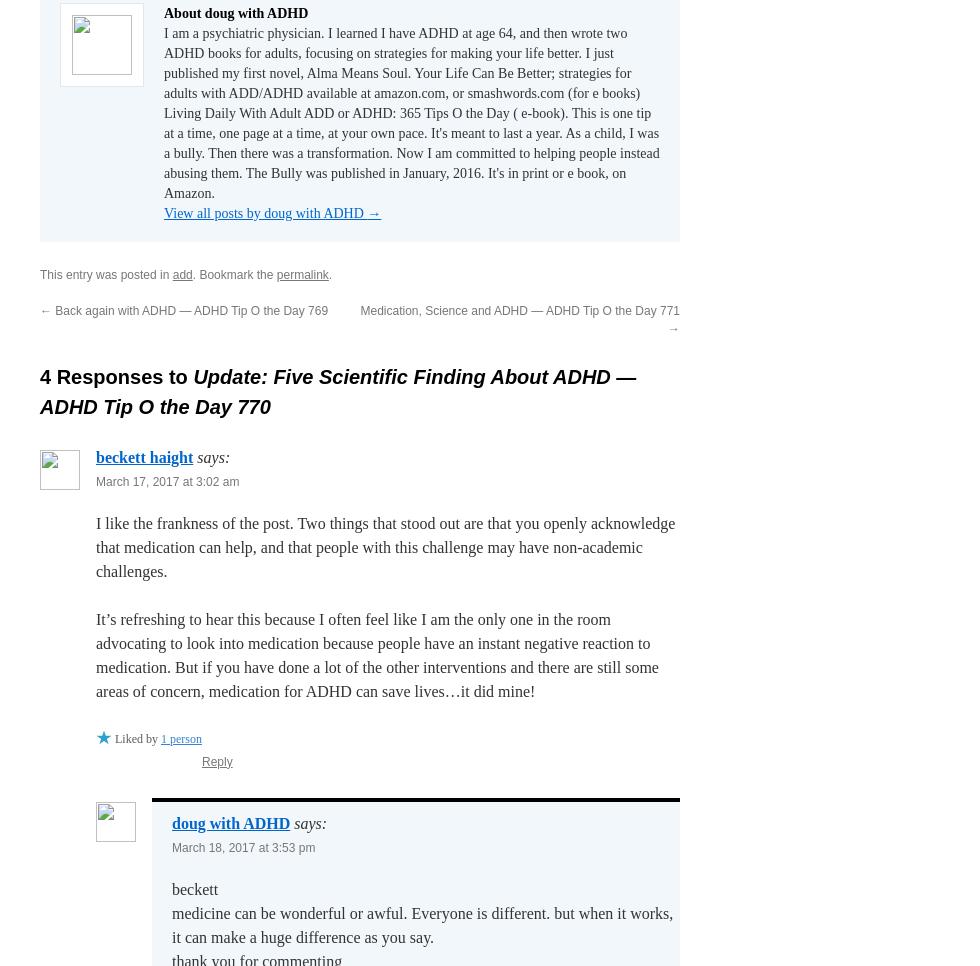  Describe the element at coordinates (302, 273) in the screenshot. I see `'permalink'` at that location.